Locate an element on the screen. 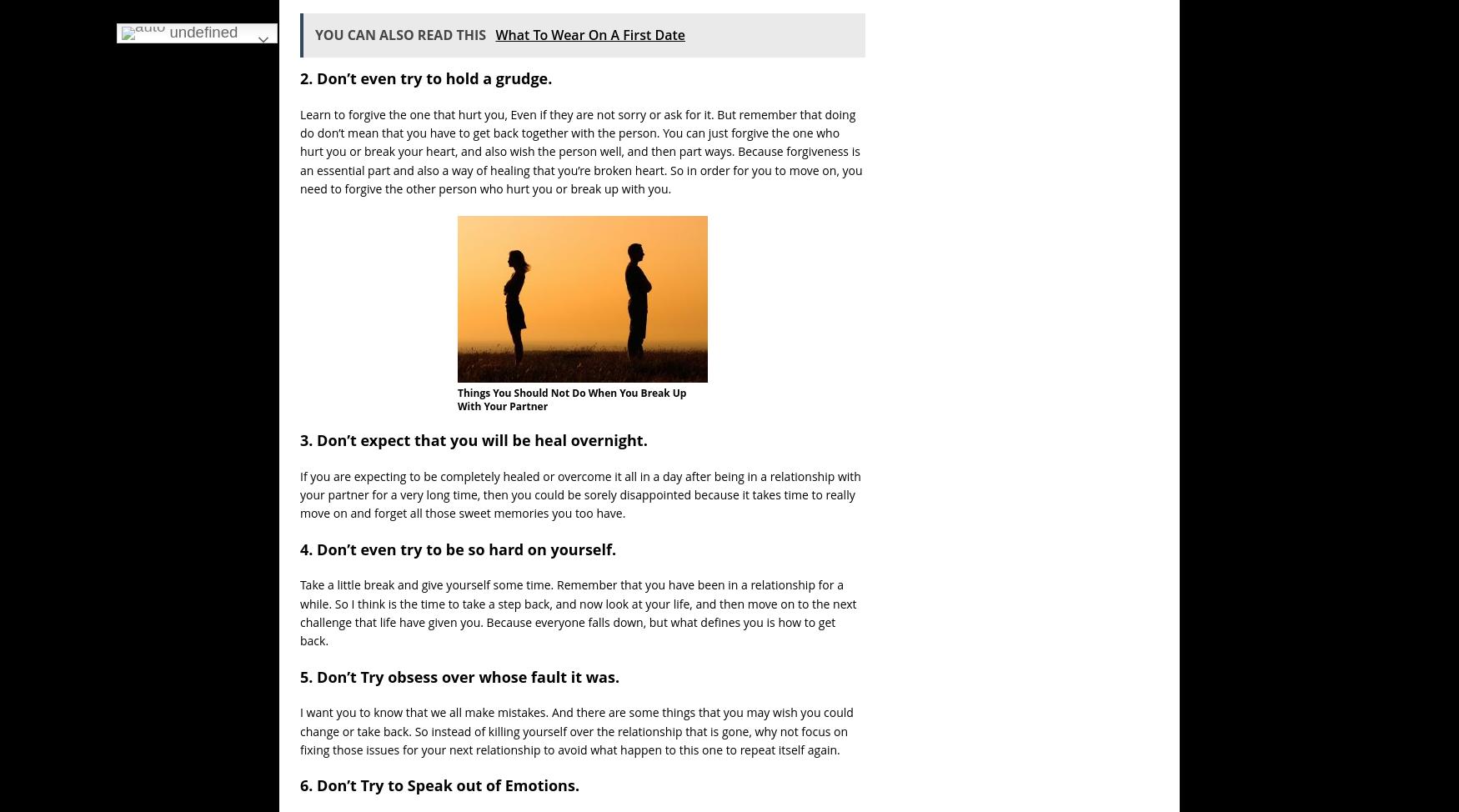 The height and width of the screenshot is (812, 1459). 'If you are expecting to be completely healed or overcome it all in a day after being in a relationship with your partner for a very long time, then you could be sorely disappointed because it takes time to really move on and forget all those sweet memories you too have.' is located at coordinates (579, 493).